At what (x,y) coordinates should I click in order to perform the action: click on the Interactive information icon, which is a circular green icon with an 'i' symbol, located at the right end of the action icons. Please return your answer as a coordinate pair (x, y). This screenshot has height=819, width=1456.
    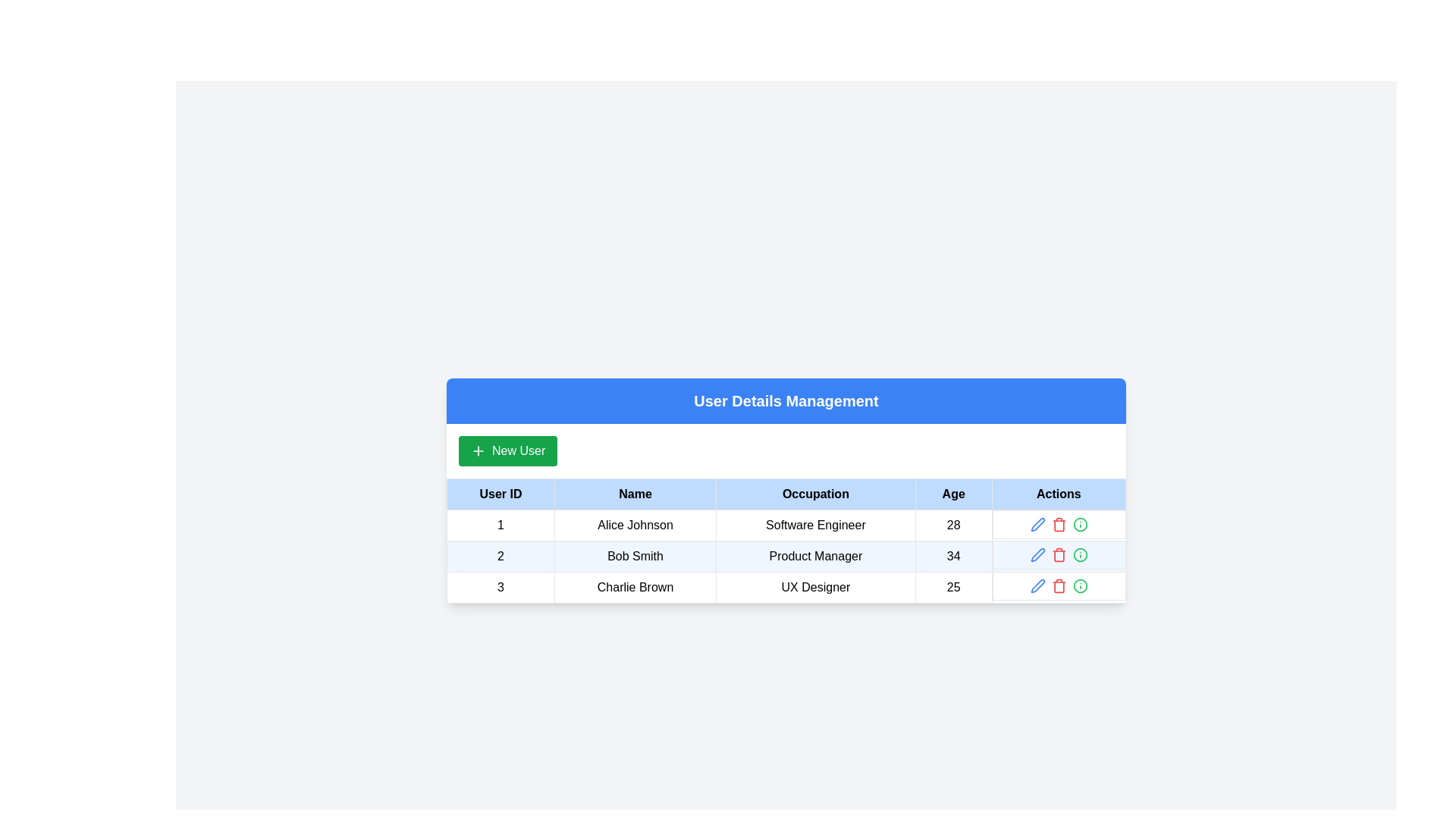
    Looking at the image, I should click on (1079, 555).